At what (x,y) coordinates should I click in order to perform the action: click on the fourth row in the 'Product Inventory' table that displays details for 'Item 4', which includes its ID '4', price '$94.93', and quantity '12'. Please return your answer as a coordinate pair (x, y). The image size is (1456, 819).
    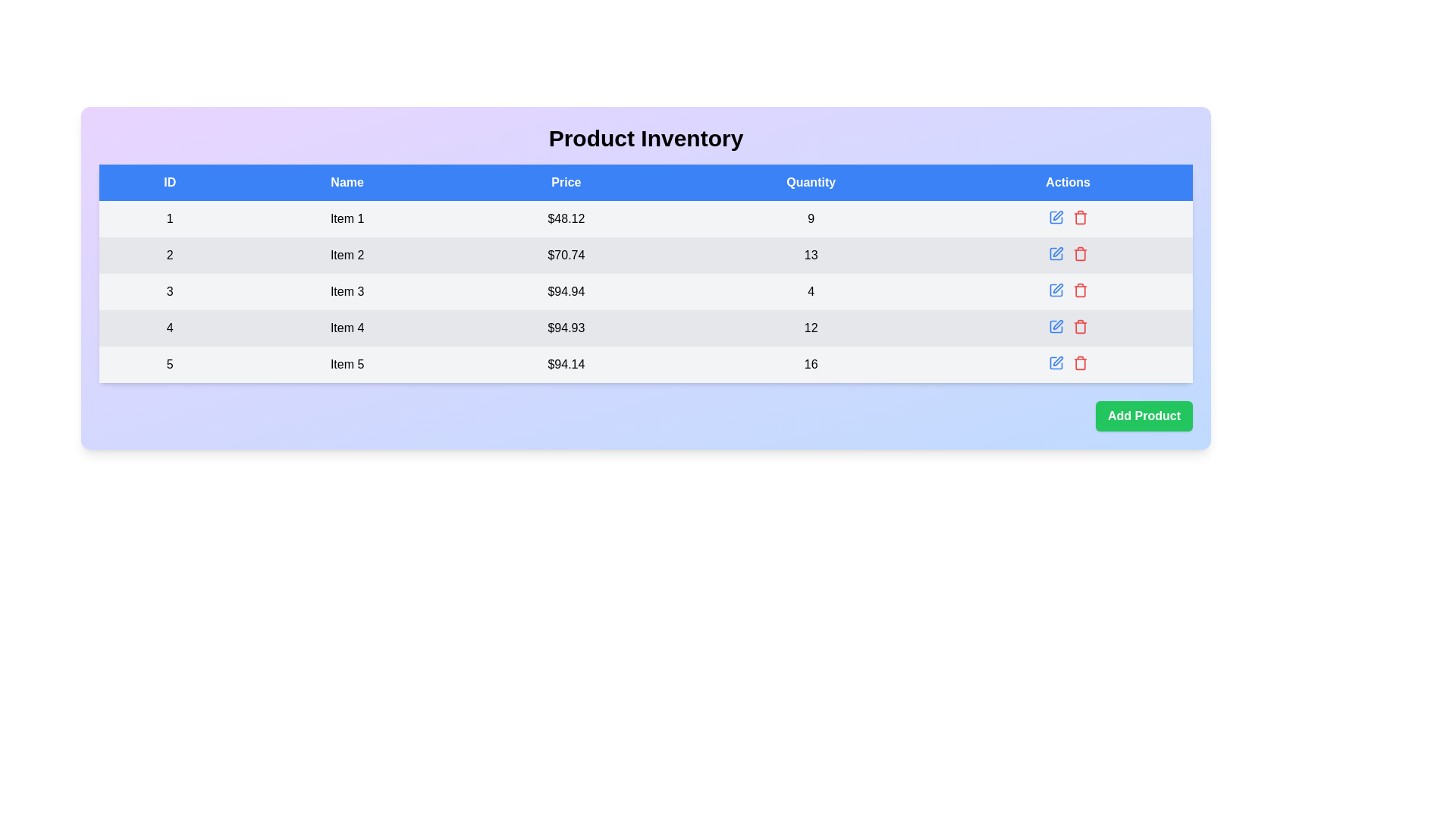
    Looking at the image, I should click on (645, 327).